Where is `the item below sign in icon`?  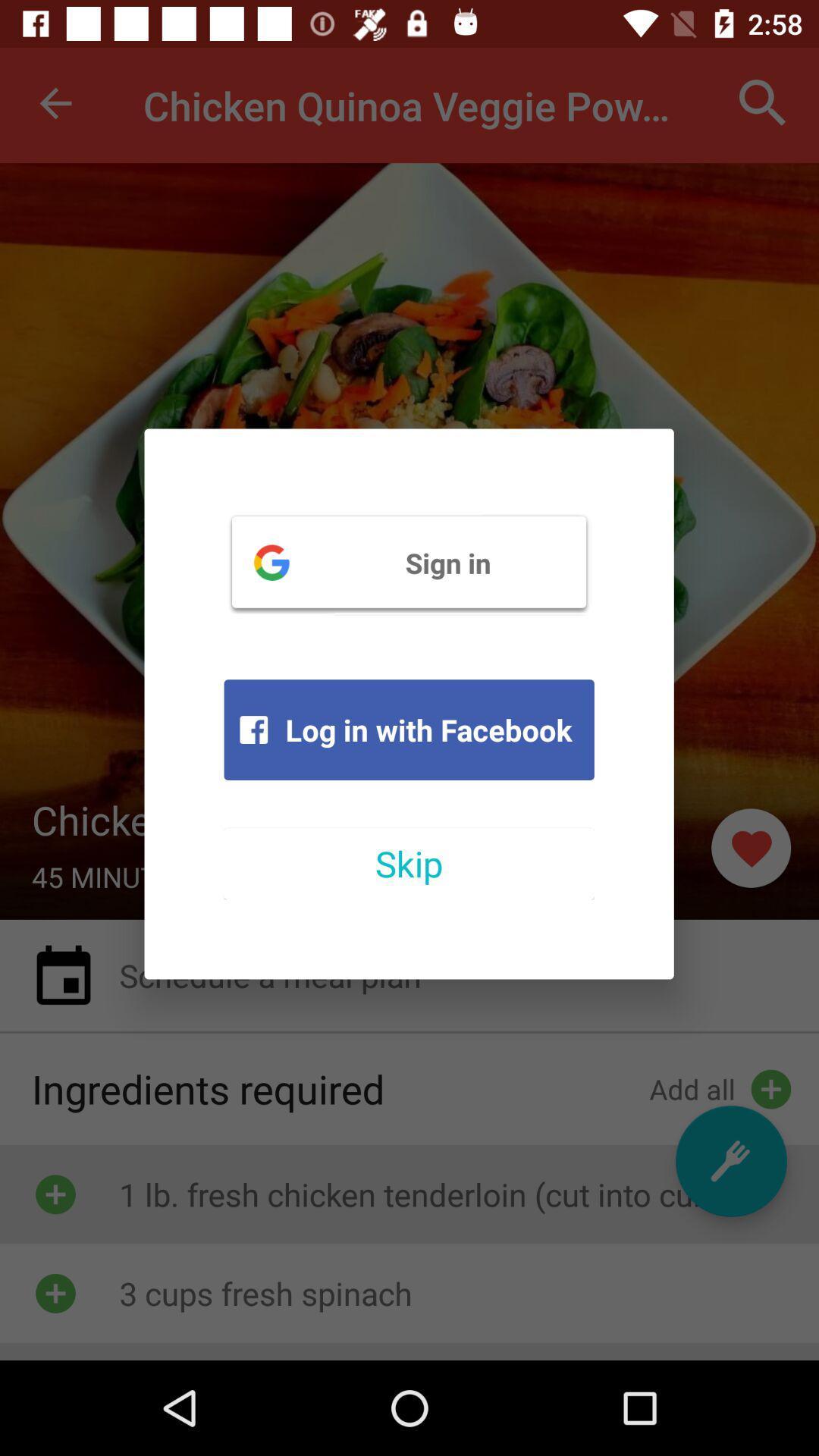 the item below sign in icon is located at coordinates (408, 730).